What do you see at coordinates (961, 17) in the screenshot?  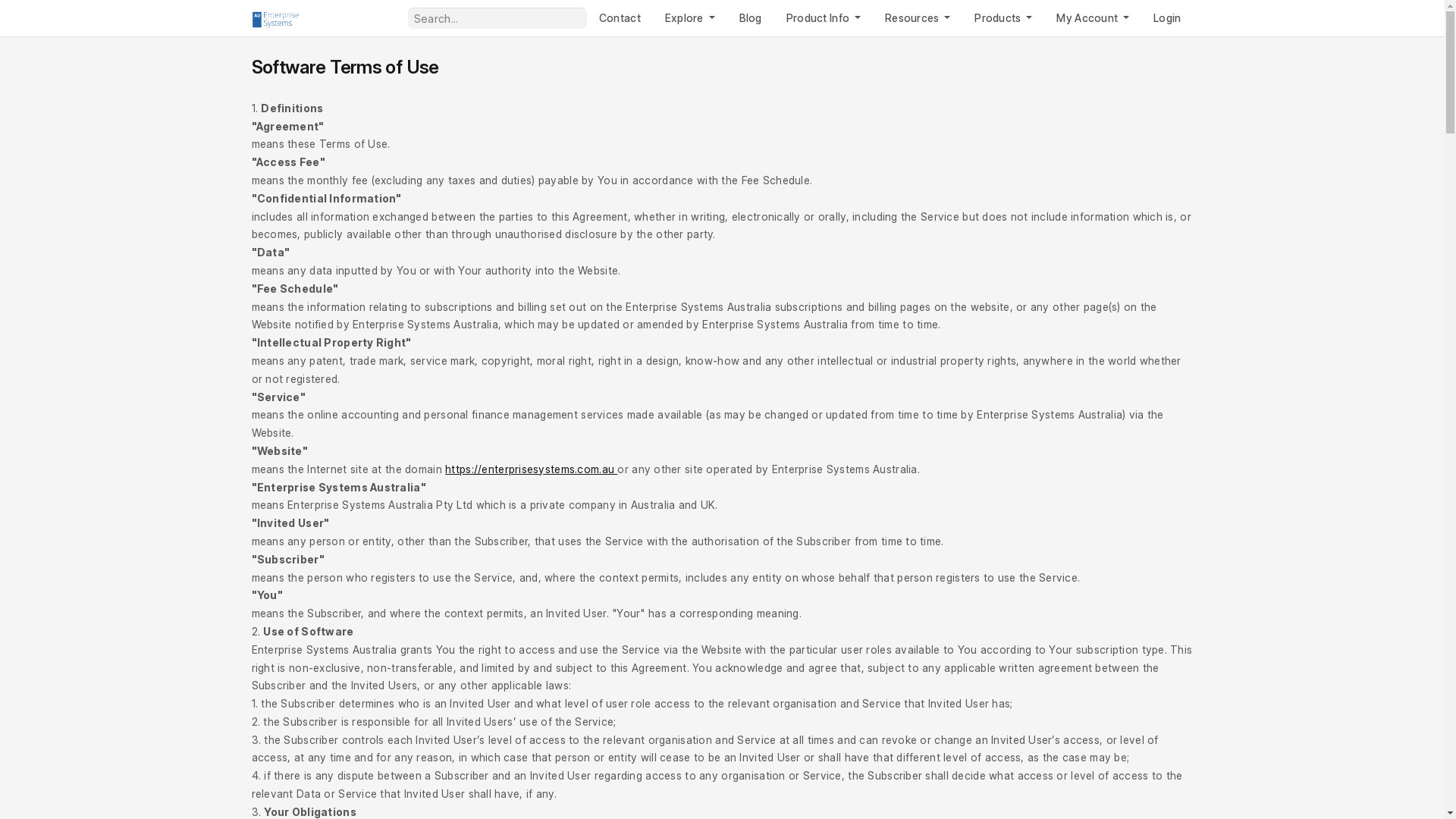 I see `'Products'` at bounding box center [961, 17].